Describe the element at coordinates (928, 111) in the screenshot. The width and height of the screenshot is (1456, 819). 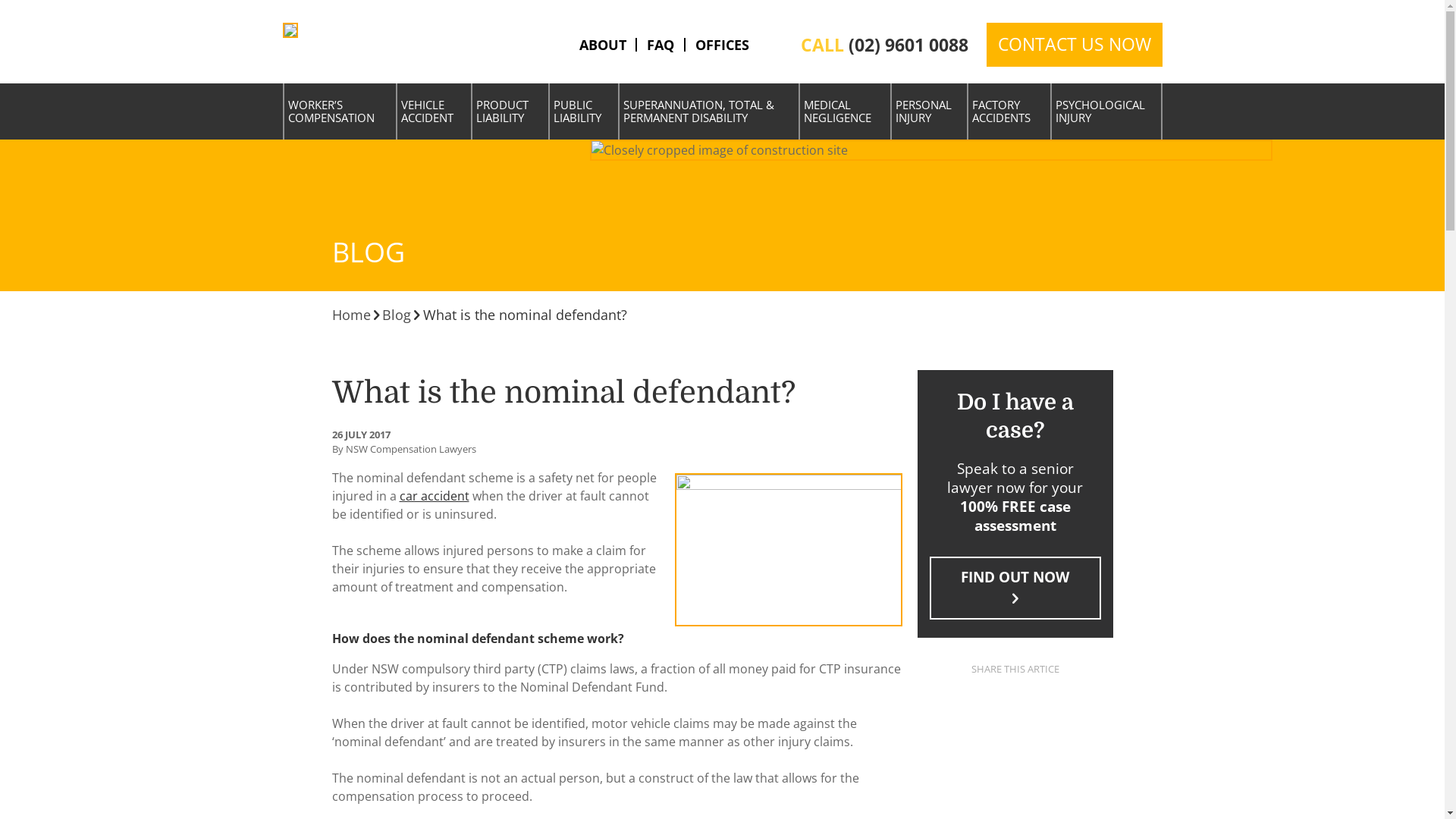
I see `'PERSONAL INJURY'` at that location.